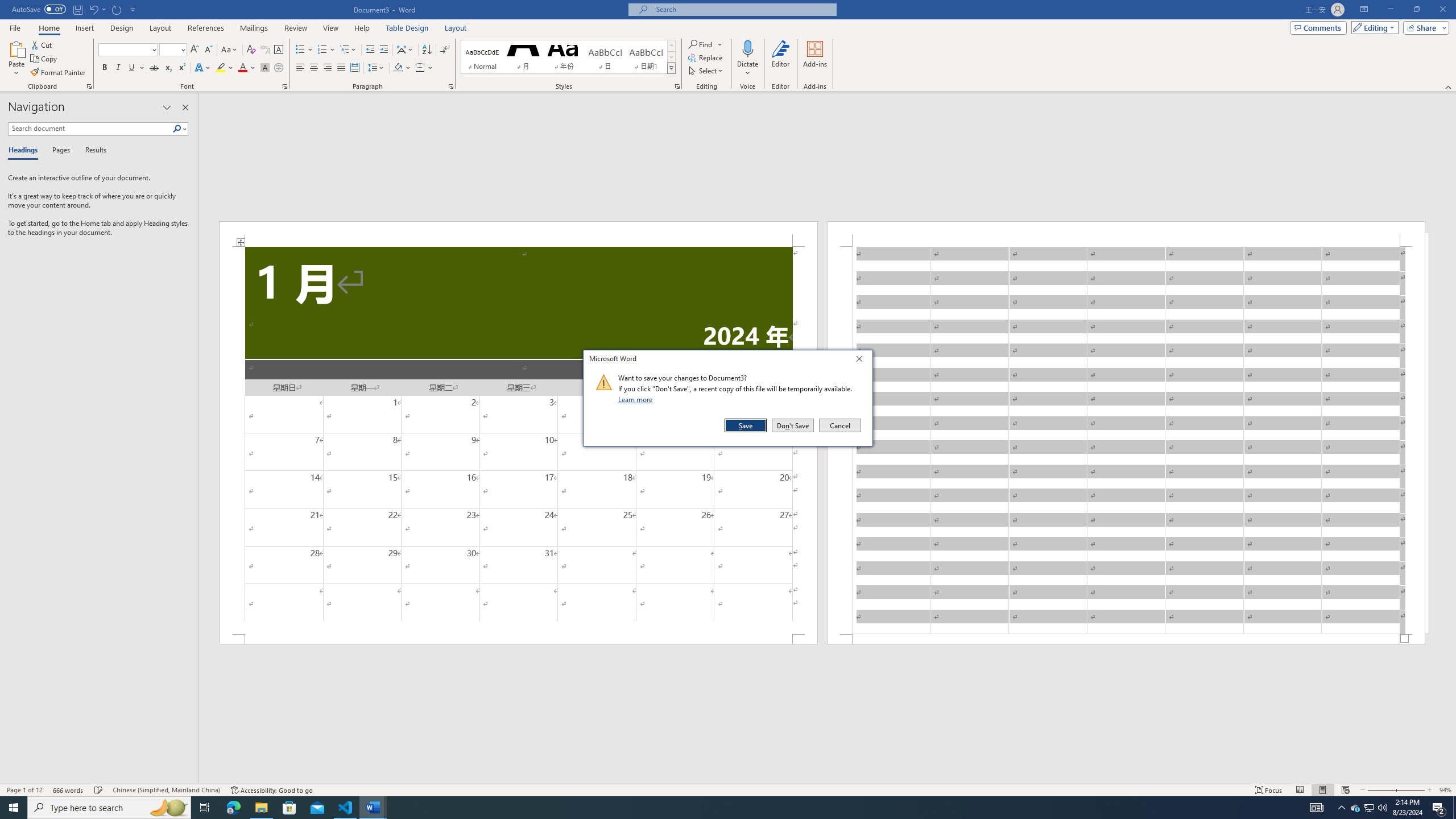  I want to click on 'Show desktop', so click(1454, 806).